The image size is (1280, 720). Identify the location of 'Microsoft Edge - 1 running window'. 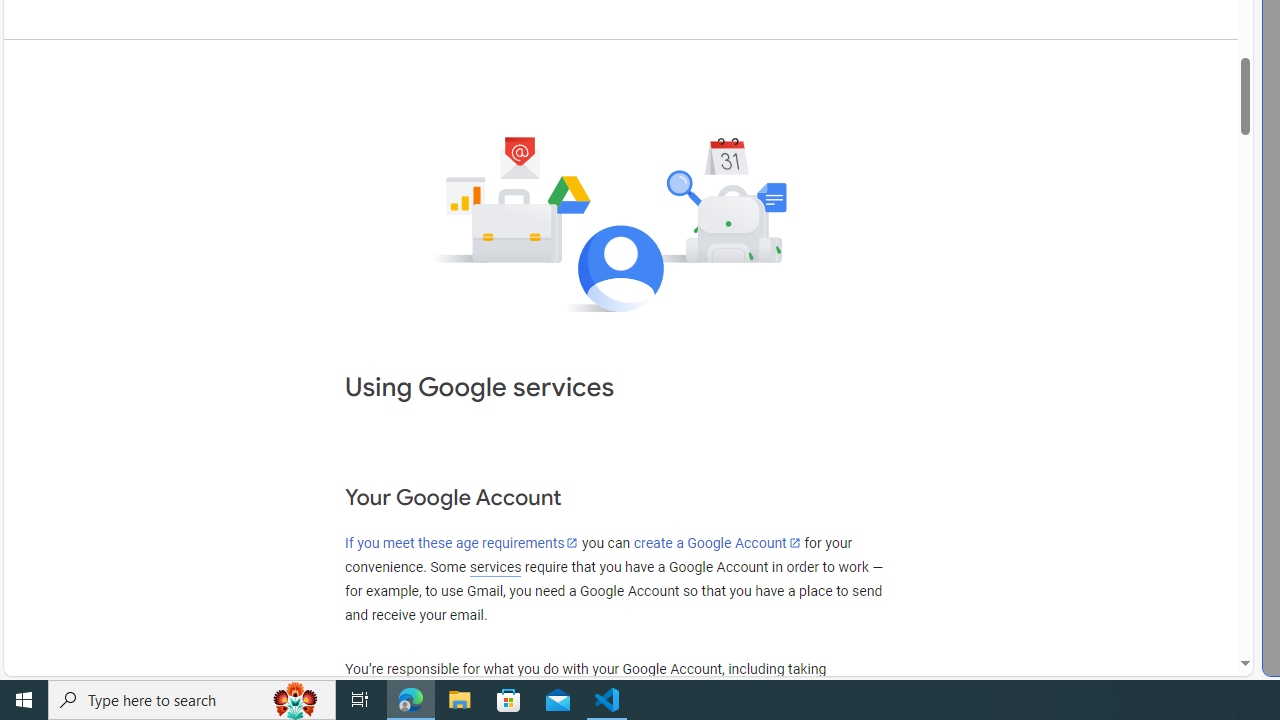
(410, 698).